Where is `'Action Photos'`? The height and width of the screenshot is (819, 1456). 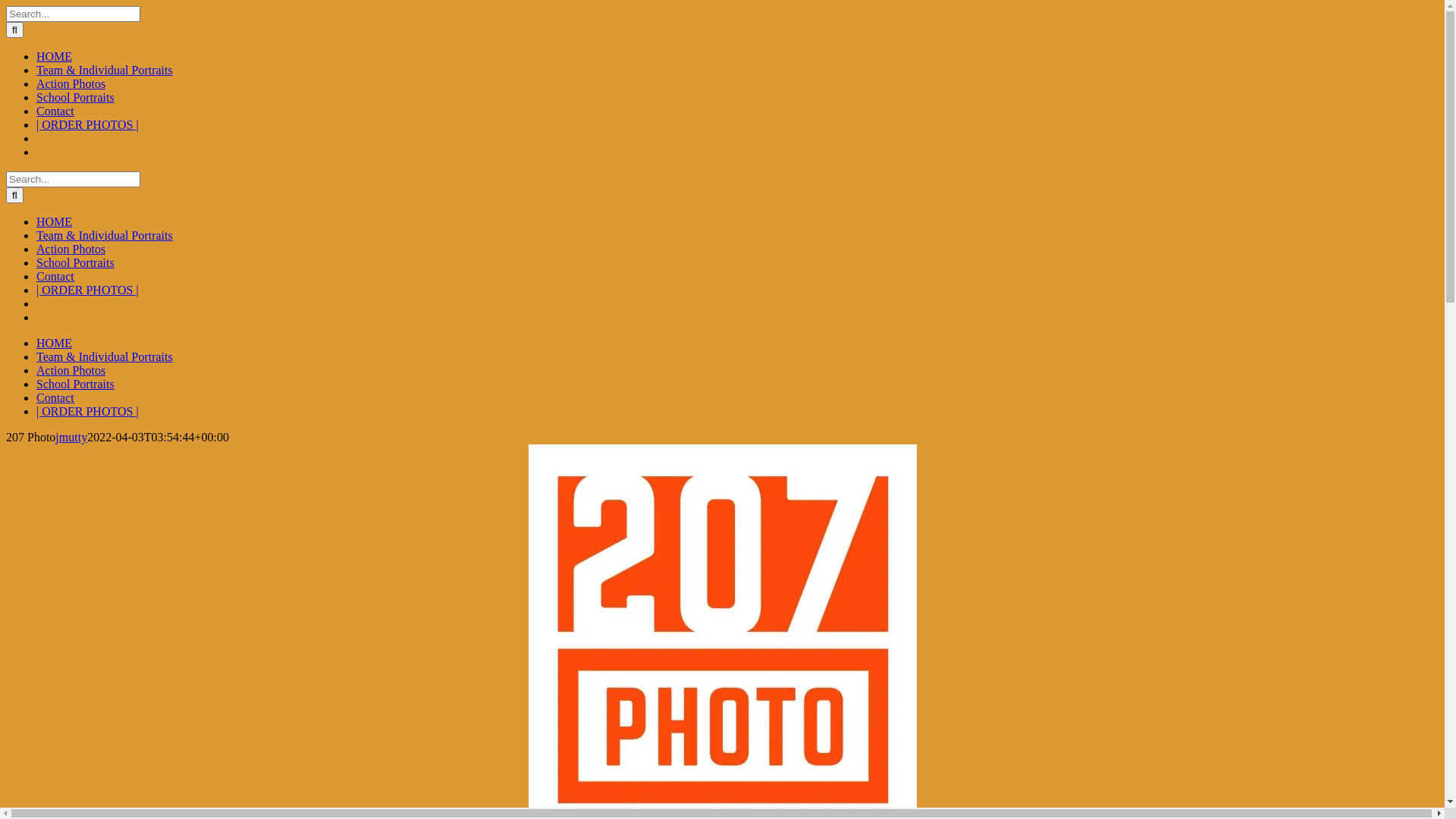
'Action Photos' is located at coordinates (70, 83).